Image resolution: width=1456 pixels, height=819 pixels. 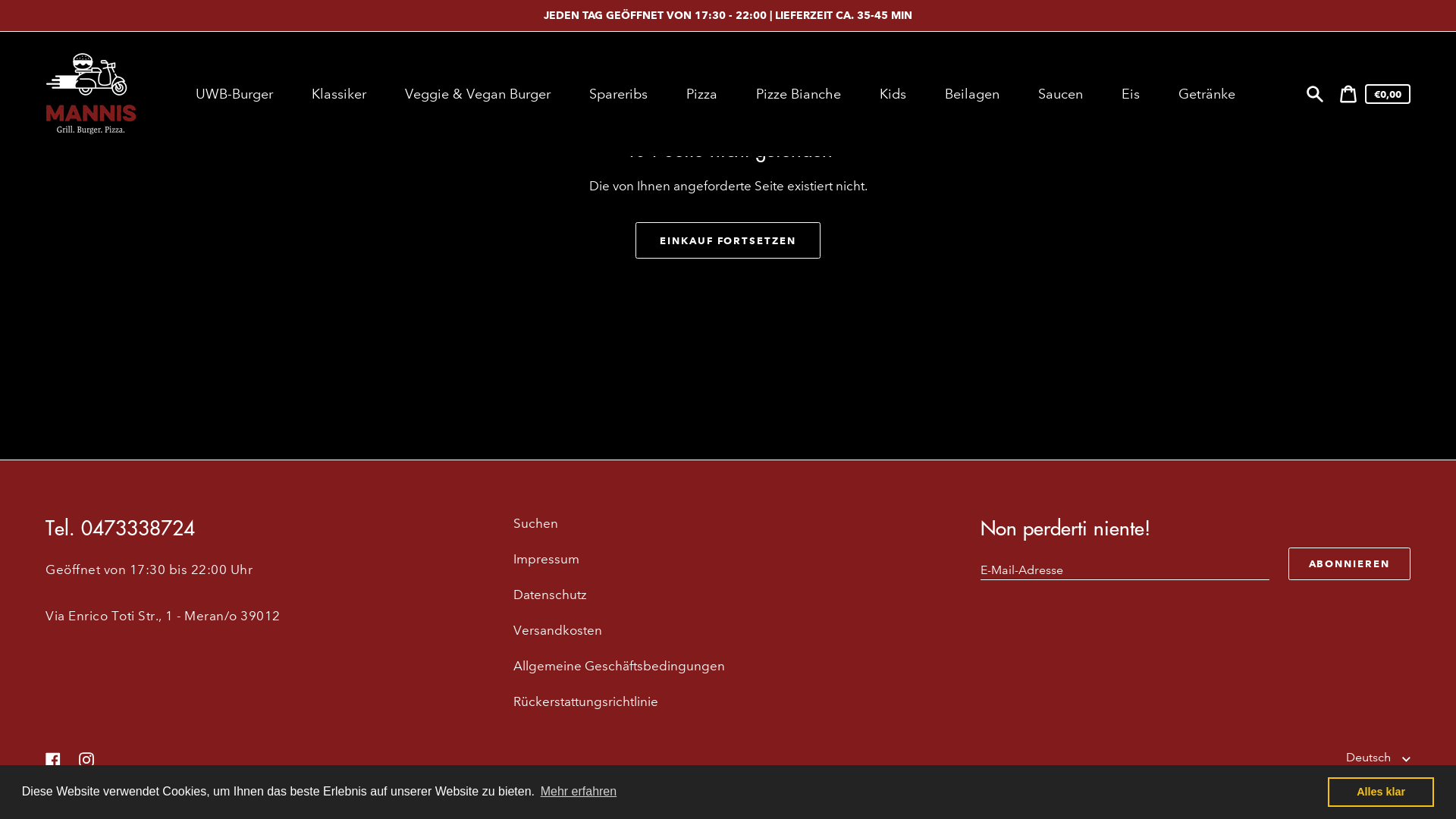 I want to click on 'Facebook', so click(x=53, y=758).